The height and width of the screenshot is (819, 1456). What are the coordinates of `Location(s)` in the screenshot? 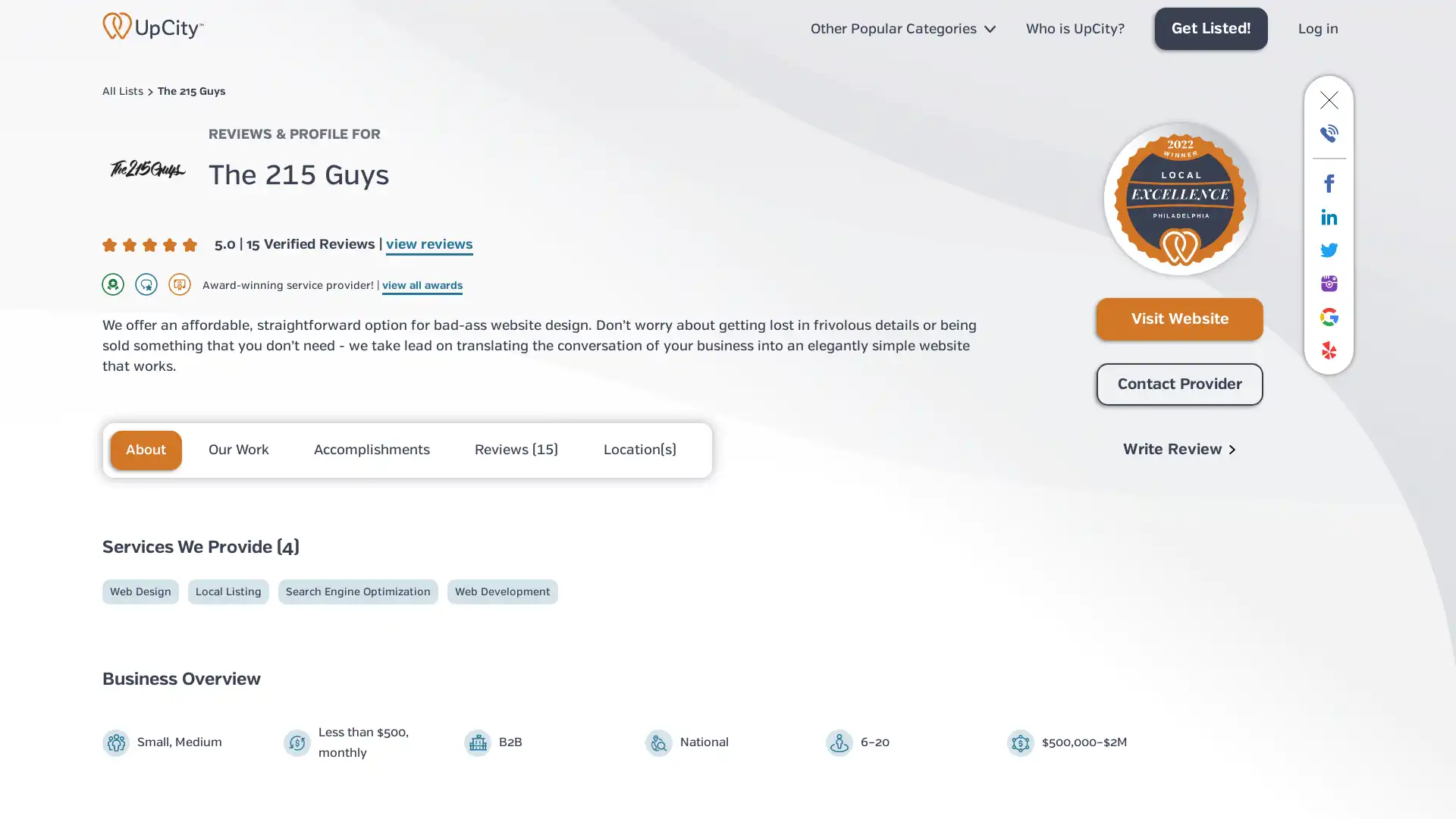 It's located at (640, 449).